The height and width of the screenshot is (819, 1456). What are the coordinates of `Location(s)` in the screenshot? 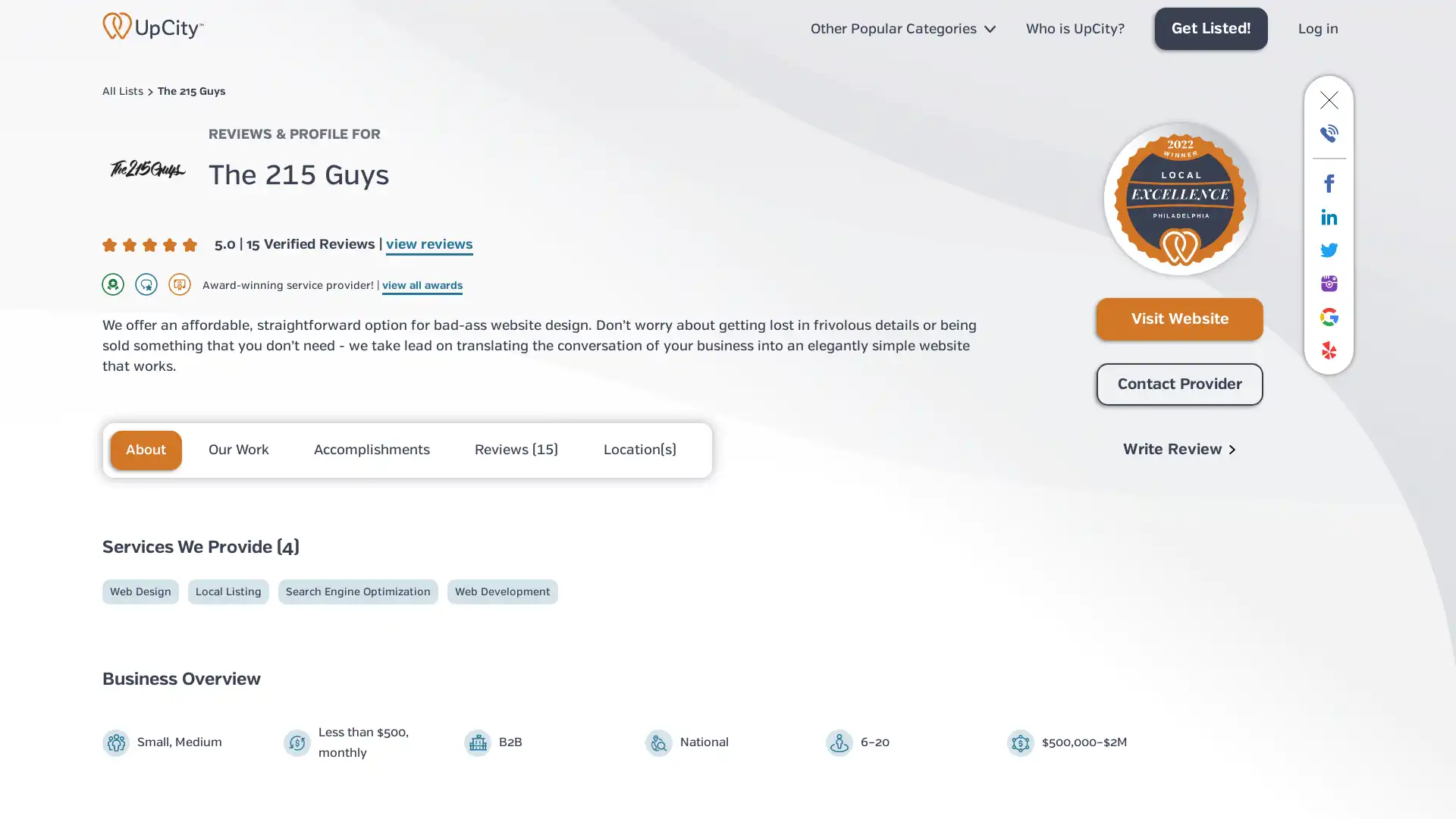 It's located at (640, 449).